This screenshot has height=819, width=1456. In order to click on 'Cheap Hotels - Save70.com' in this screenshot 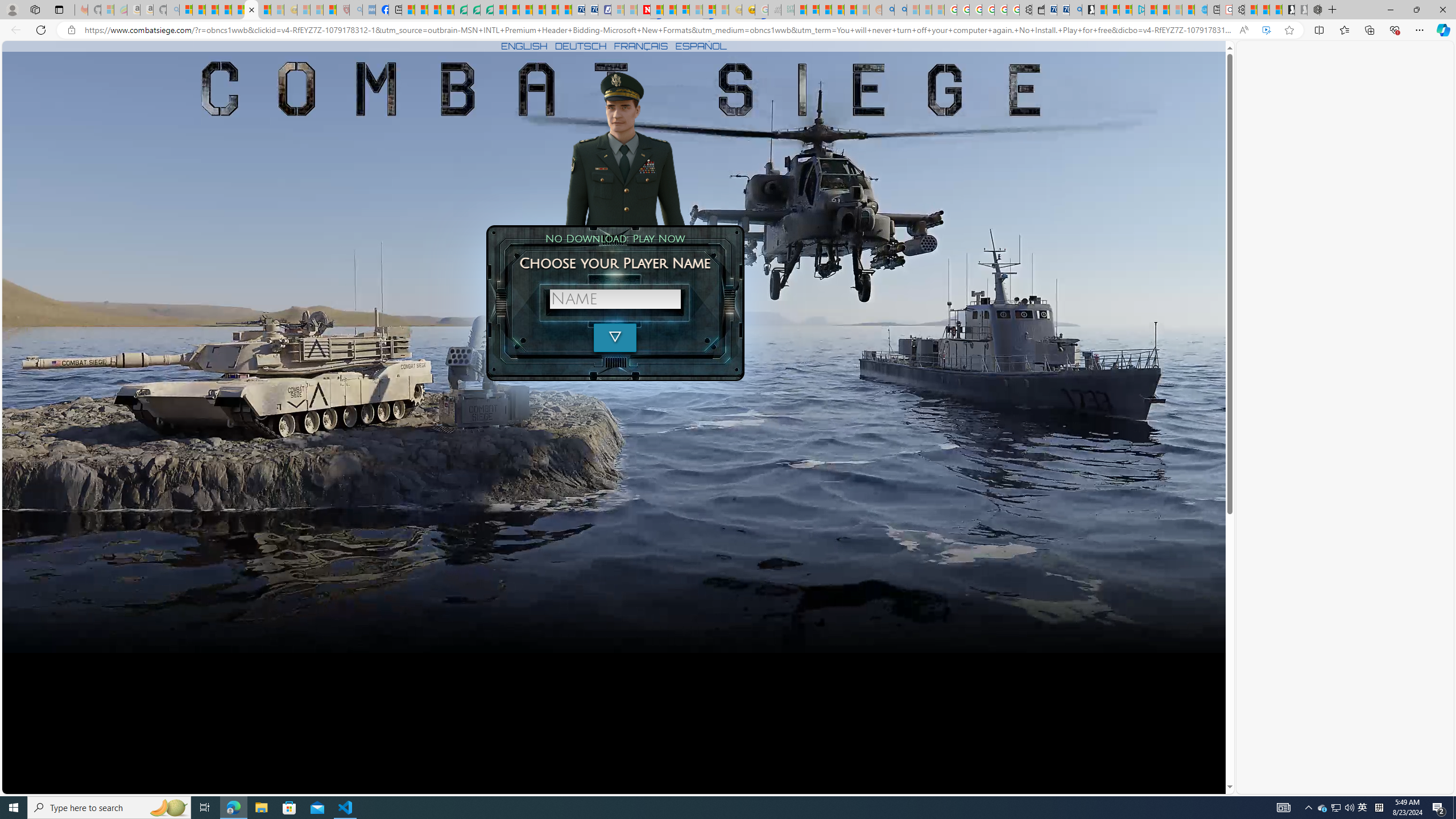, I will do `click(591, 9)`.